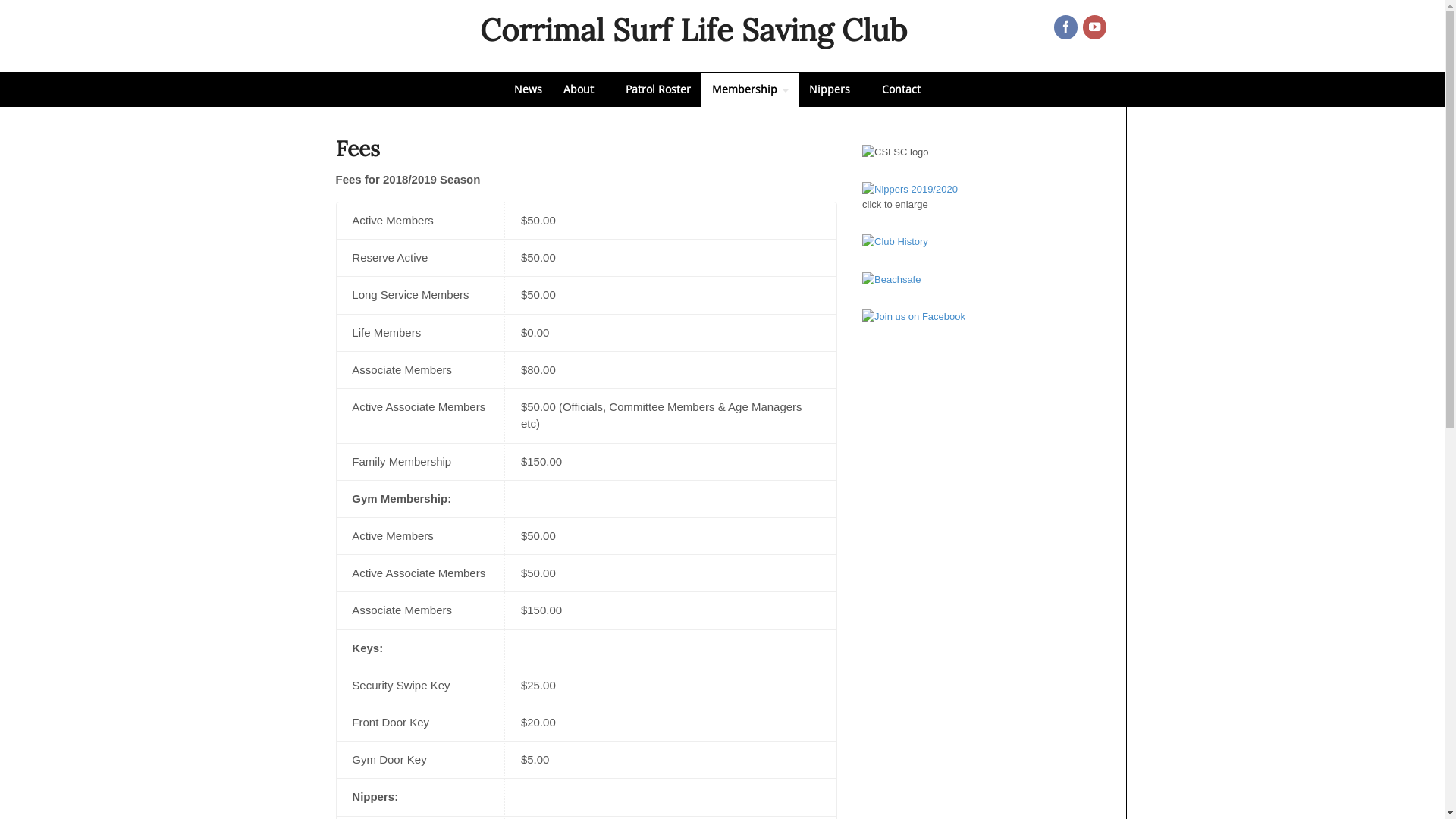  Describe the element at coordinates (749, 89) in the screenshot. I see `'Membership'` at that location.